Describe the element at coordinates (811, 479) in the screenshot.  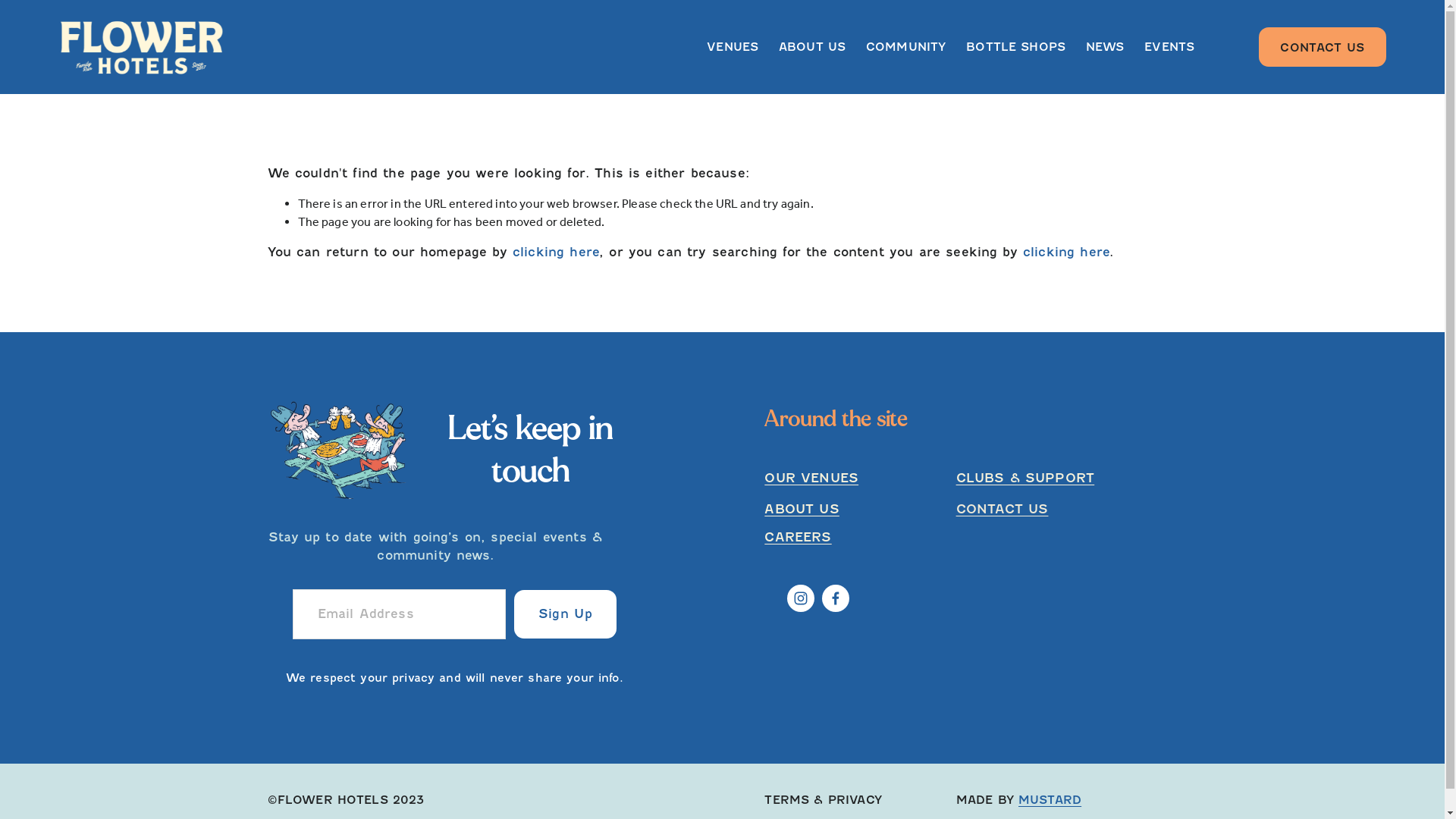
I see `'OUR VENUES'` at that location.